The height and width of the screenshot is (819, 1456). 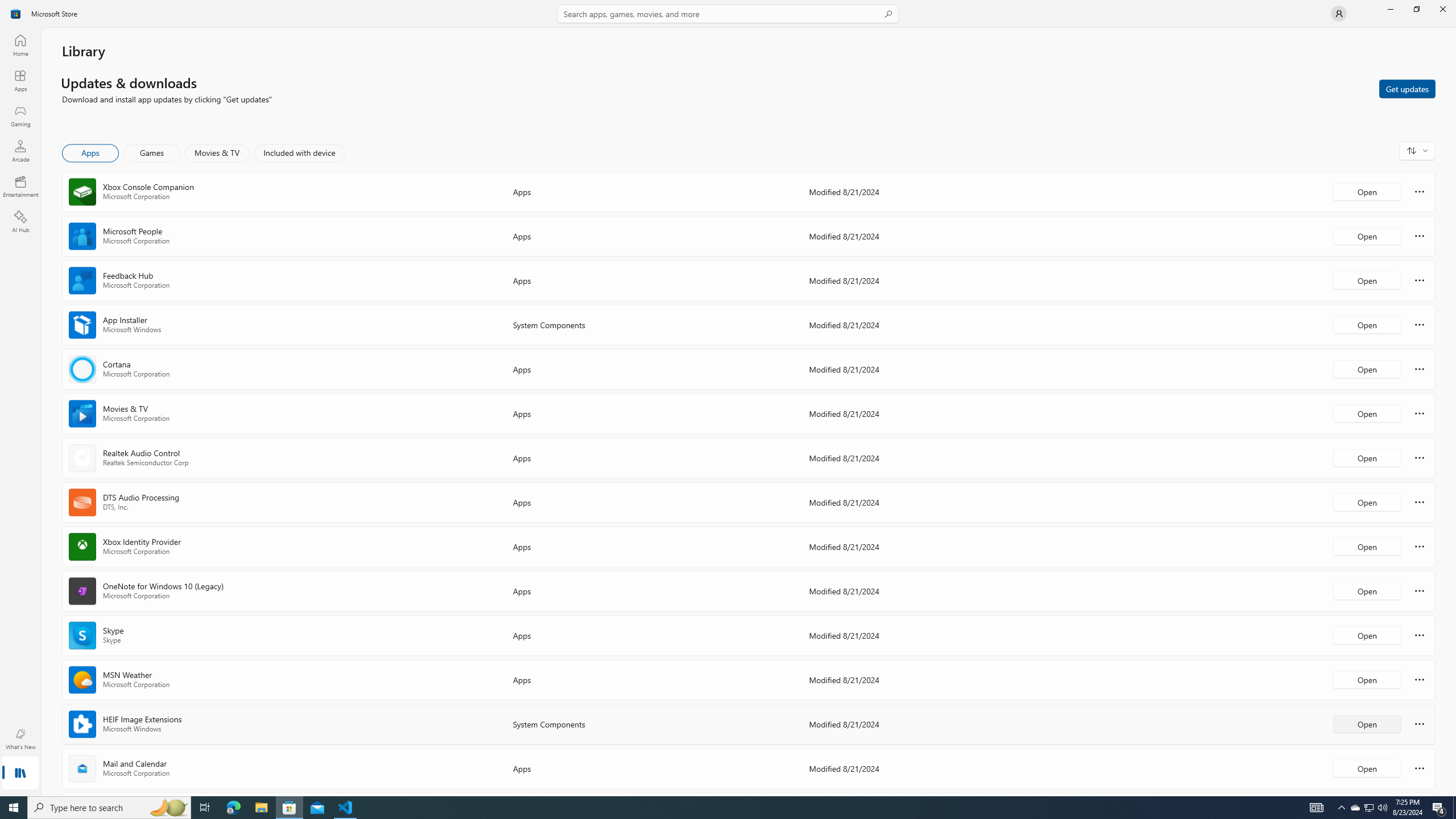 I want to click on 'What', so click(x=19, y=738).